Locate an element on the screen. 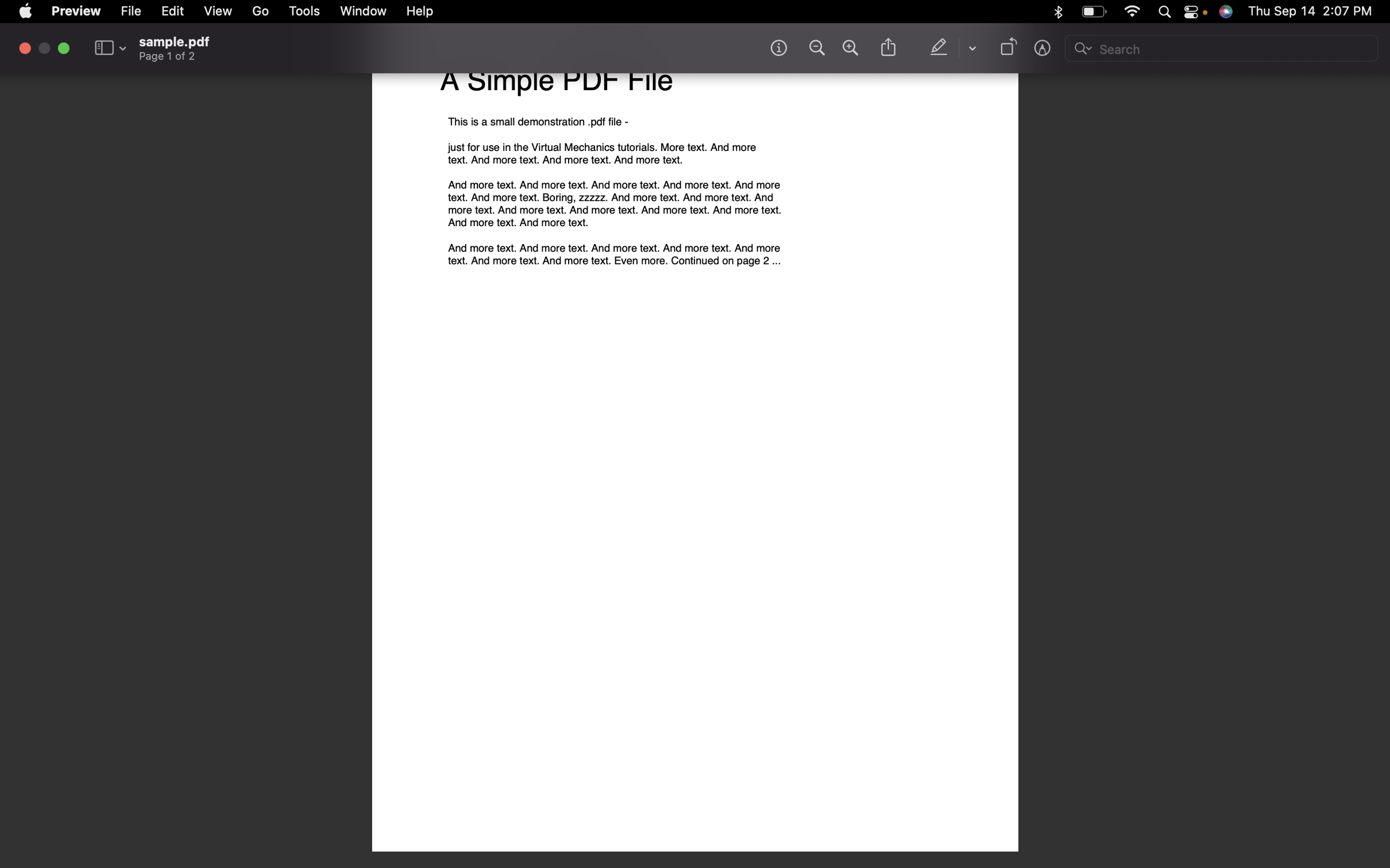 This screenshot has height=868, width=1390. a novel file is located at coordinates (132, 10).